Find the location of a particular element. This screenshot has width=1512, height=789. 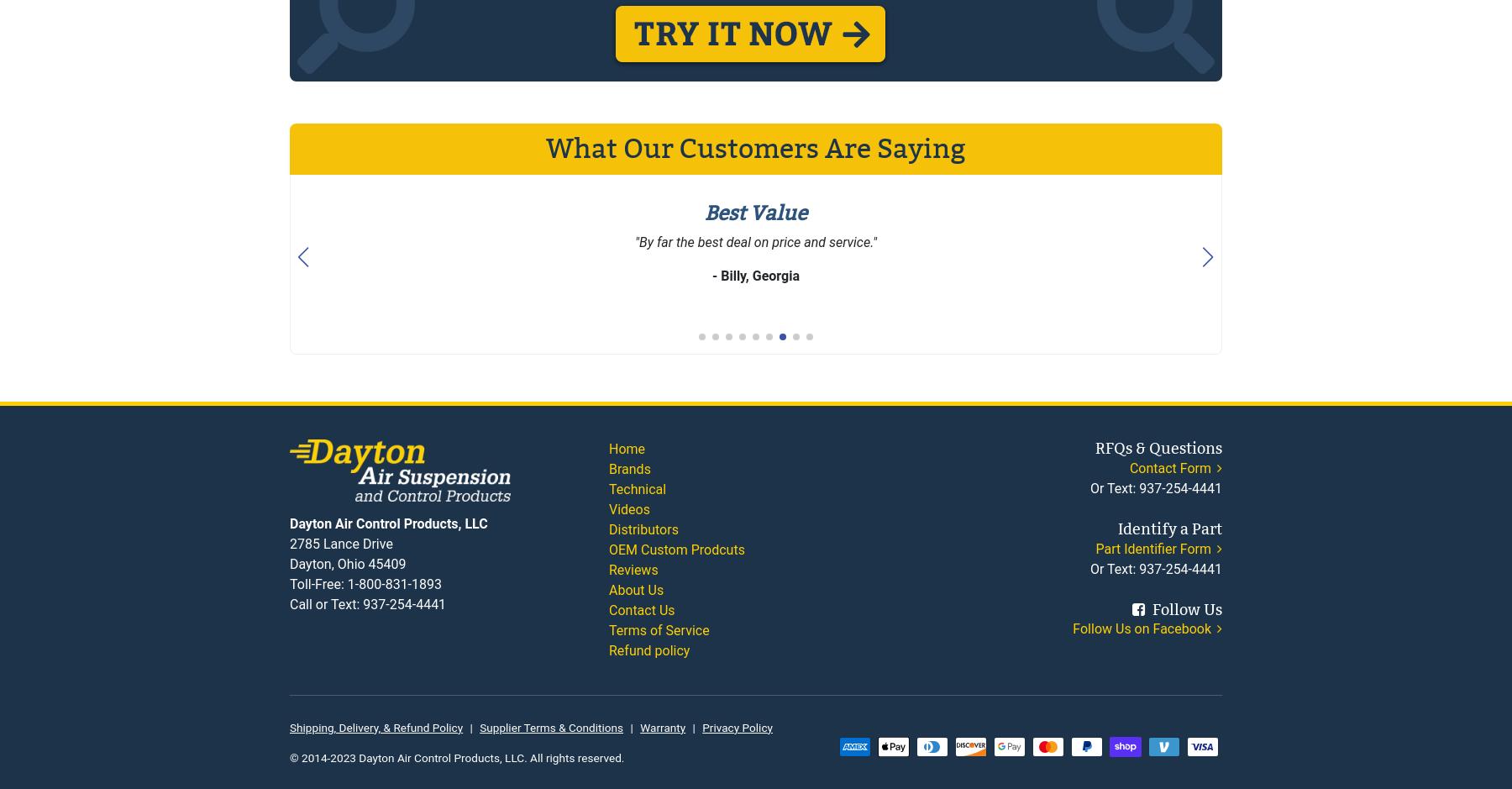

'Best Value' is located at coordinates (756, 212).